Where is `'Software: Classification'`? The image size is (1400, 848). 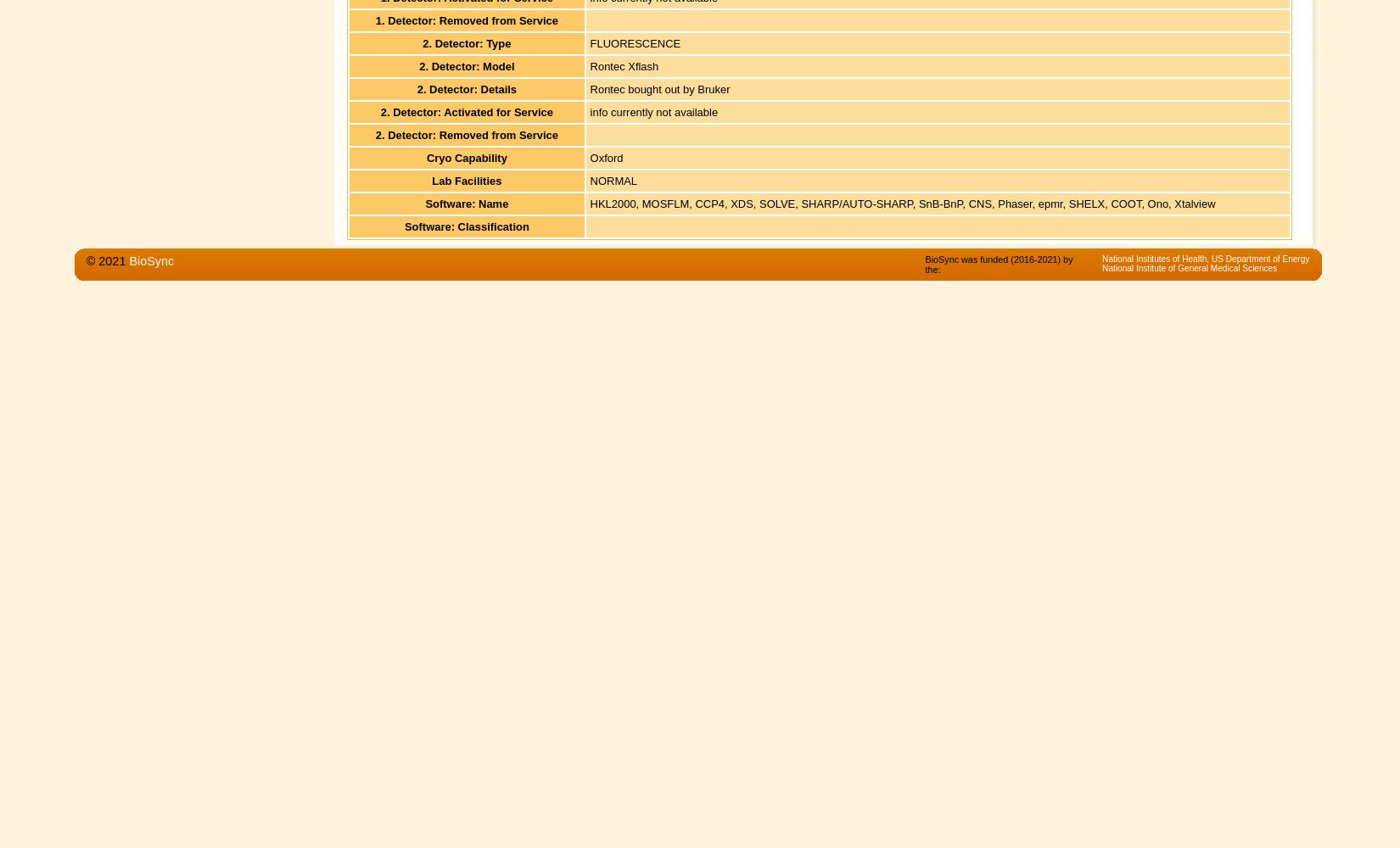
'Software: Classification' is located at coordinates (403, 226).